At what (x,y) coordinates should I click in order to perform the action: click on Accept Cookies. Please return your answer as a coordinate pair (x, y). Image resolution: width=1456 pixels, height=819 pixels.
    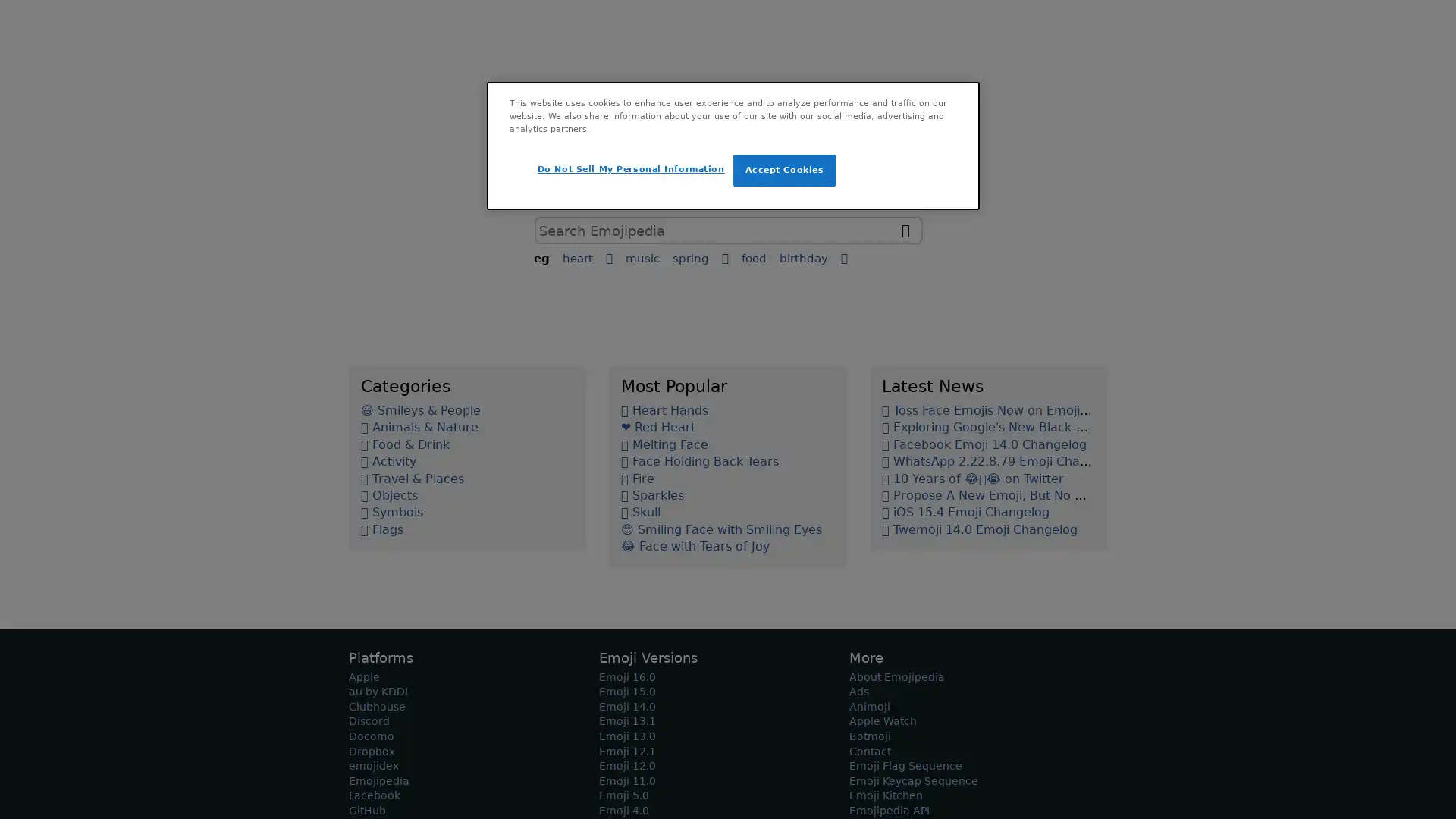
    Looking at the image, I should click on (784, 170).